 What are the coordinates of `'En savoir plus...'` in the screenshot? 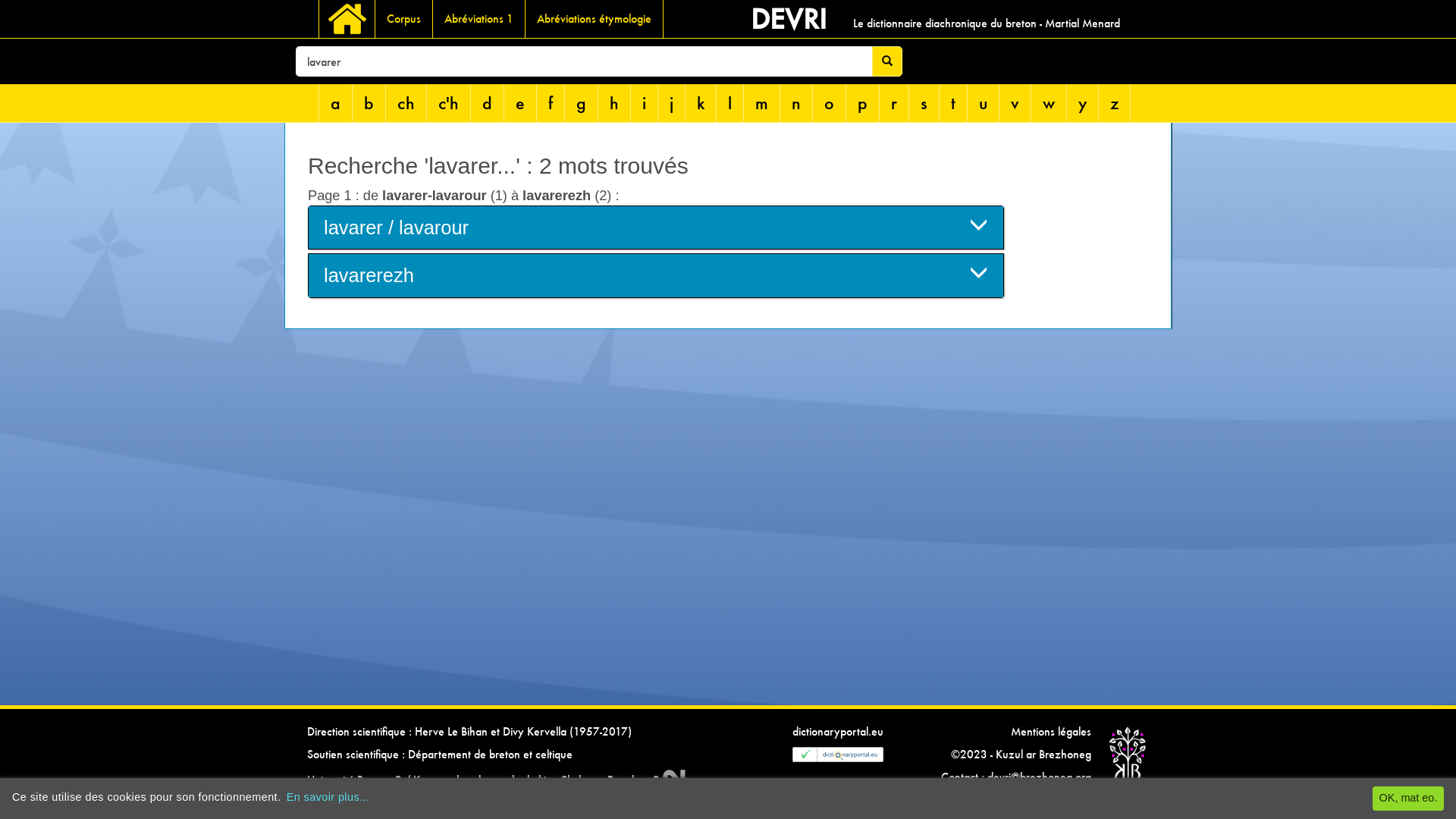 It's located at (327, 795).